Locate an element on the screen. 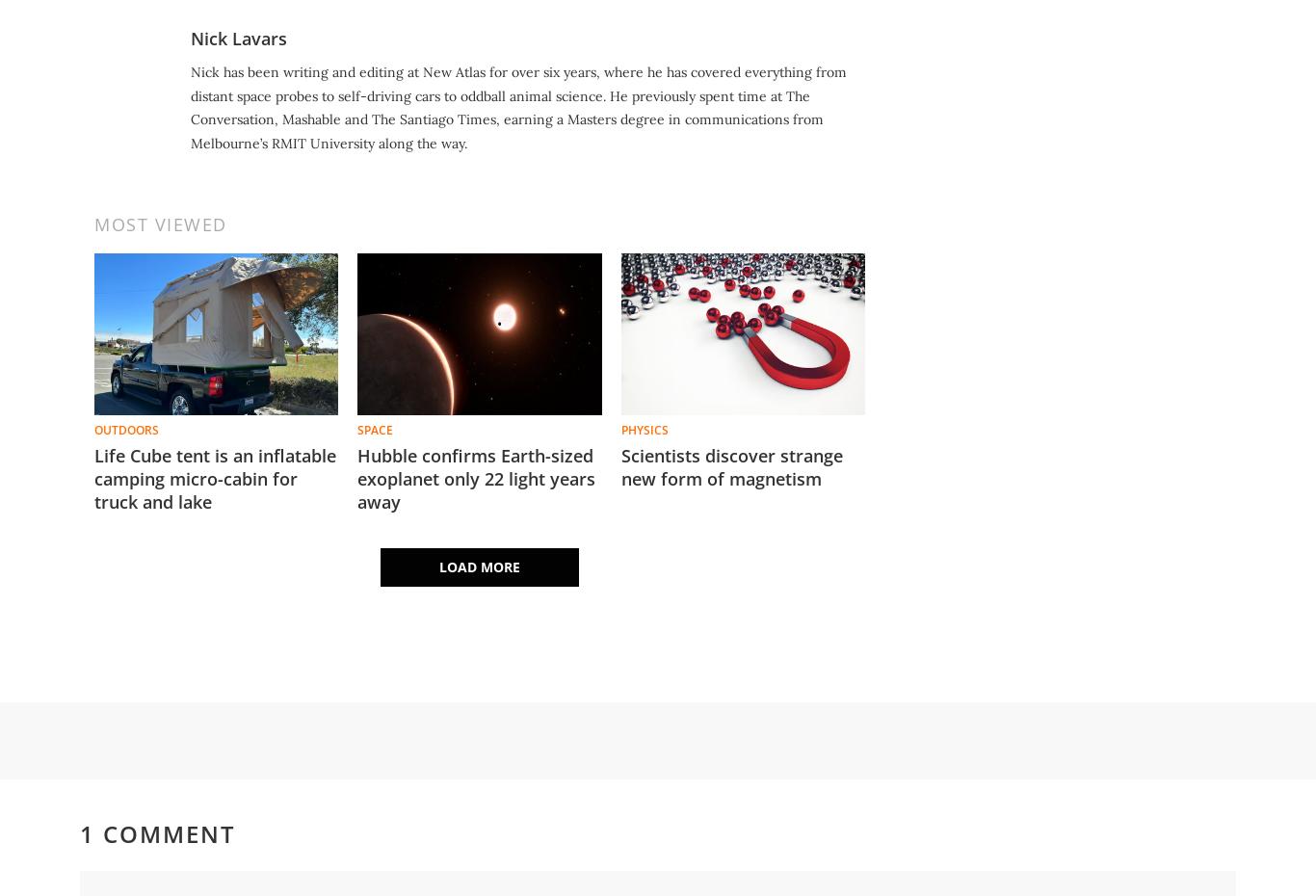 This screenshot has width=1316, height=896. 'Nick has been writing and editing at New Atlas for over six years, where he has covered everything from distant space probes to self-driving cars to oddball animal science. He previously spent time at The Conversation, Mashable and The Santiago Times, earning a Masters degree in communications from Melbourne’s RMIT University along the way.' is located at coordinates (518, 107).